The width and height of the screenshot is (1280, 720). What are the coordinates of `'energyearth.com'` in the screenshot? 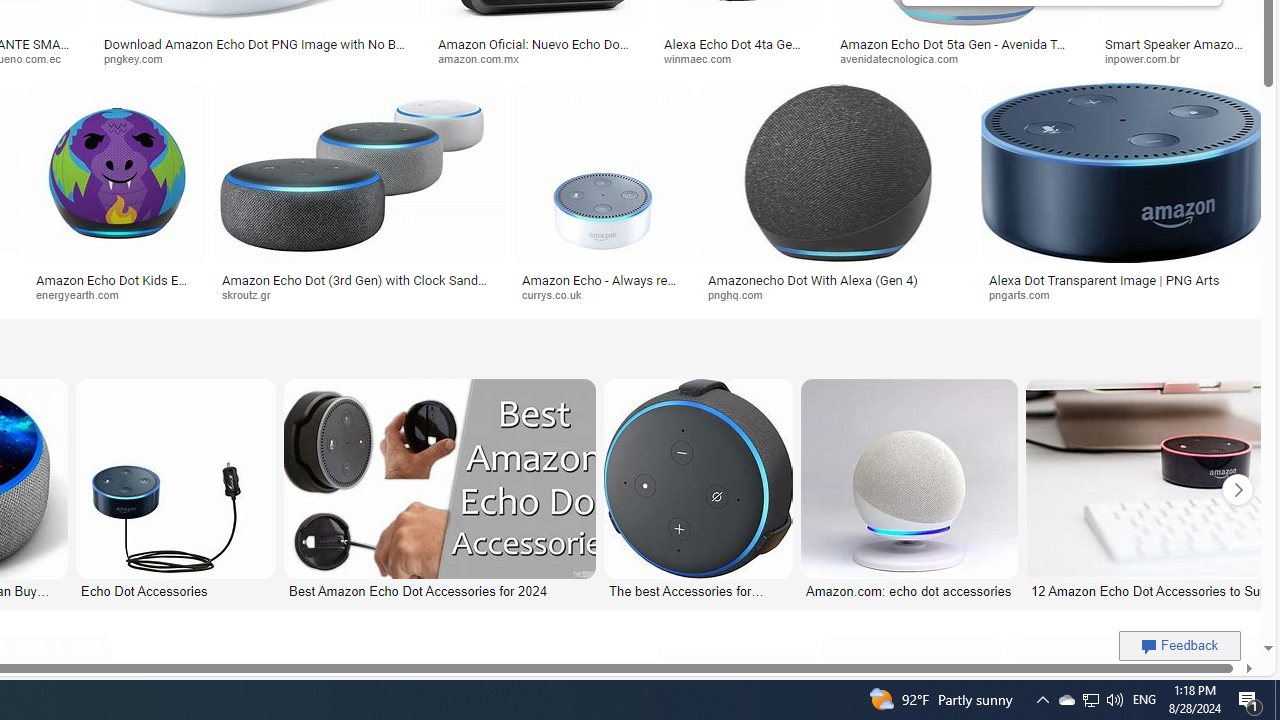 It's located at (83, 294).